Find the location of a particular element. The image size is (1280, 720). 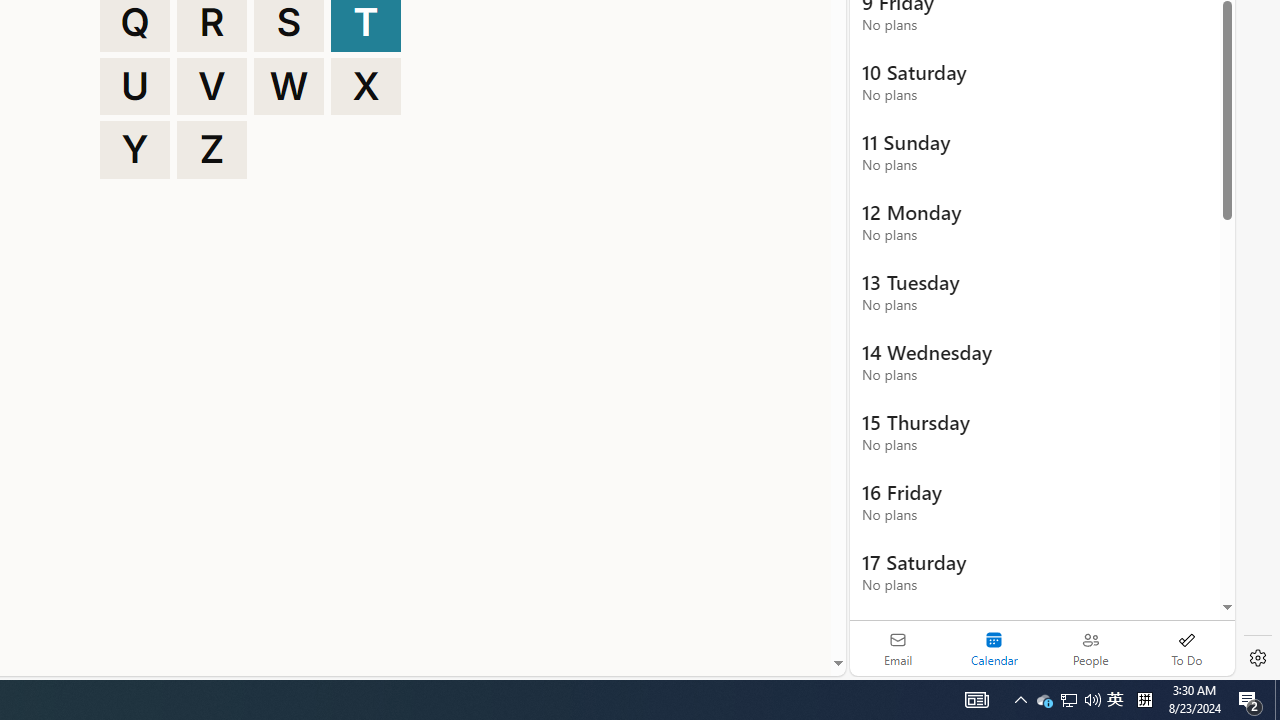

'W' is located at coordinates (288, 85).